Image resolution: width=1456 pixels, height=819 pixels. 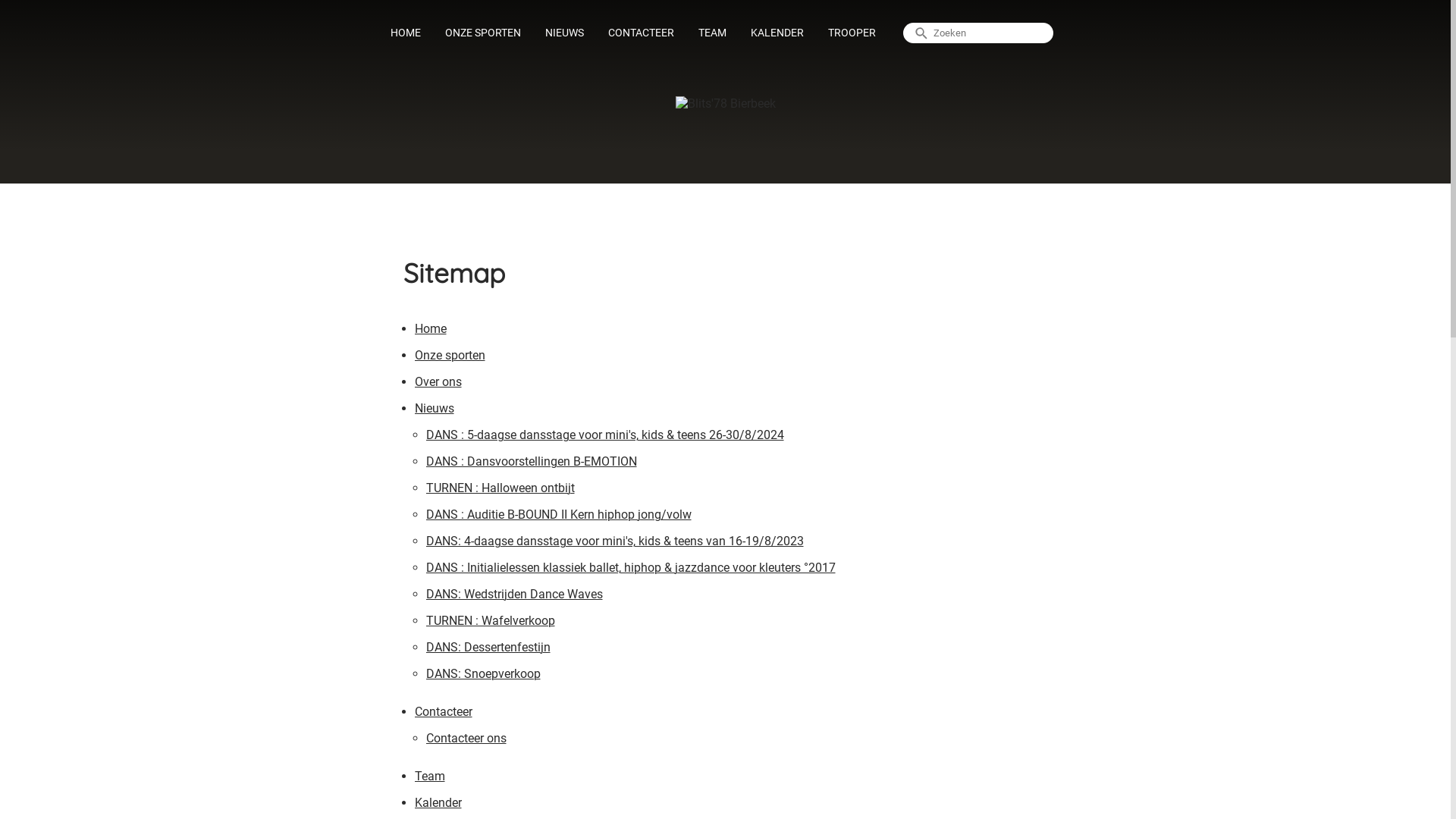 I want to click on 'DANS : Dansvoorstellingen B-EMOTION', so click(x=531, y=463).